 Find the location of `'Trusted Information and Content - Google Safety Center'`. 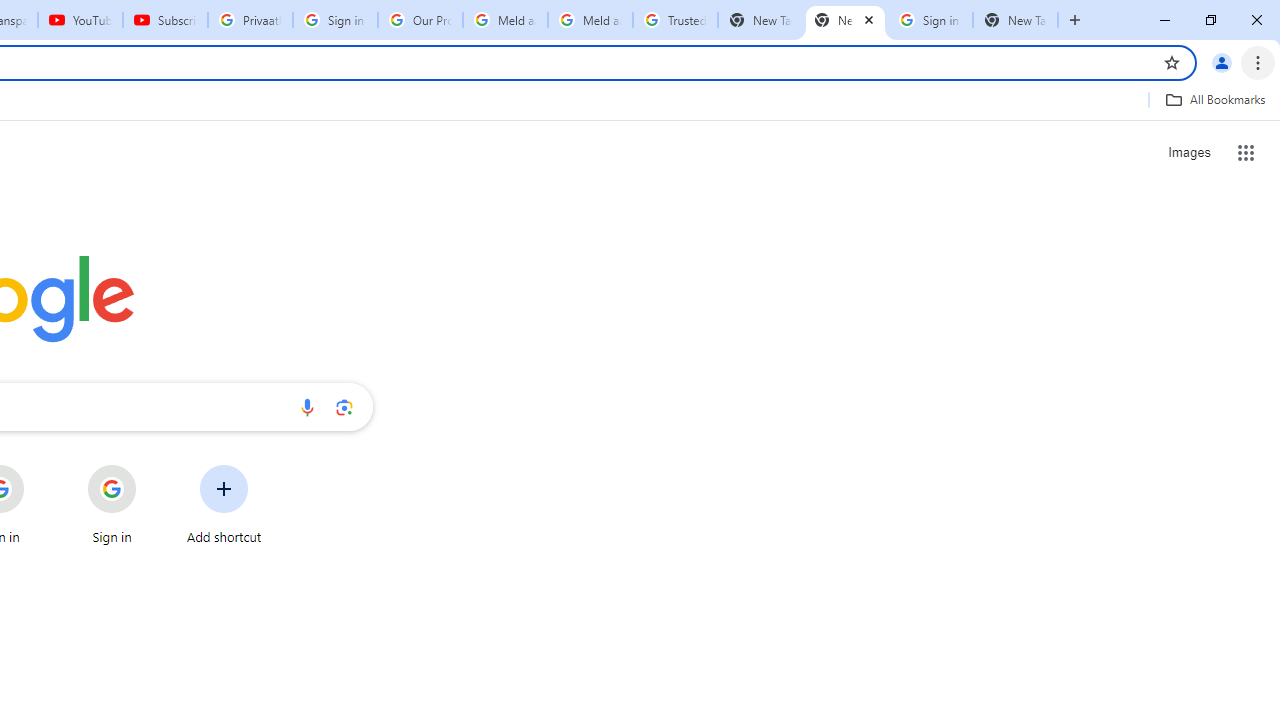

'Trusted Information and Content - Google Safety Center' is located at coordinates (675, 20).